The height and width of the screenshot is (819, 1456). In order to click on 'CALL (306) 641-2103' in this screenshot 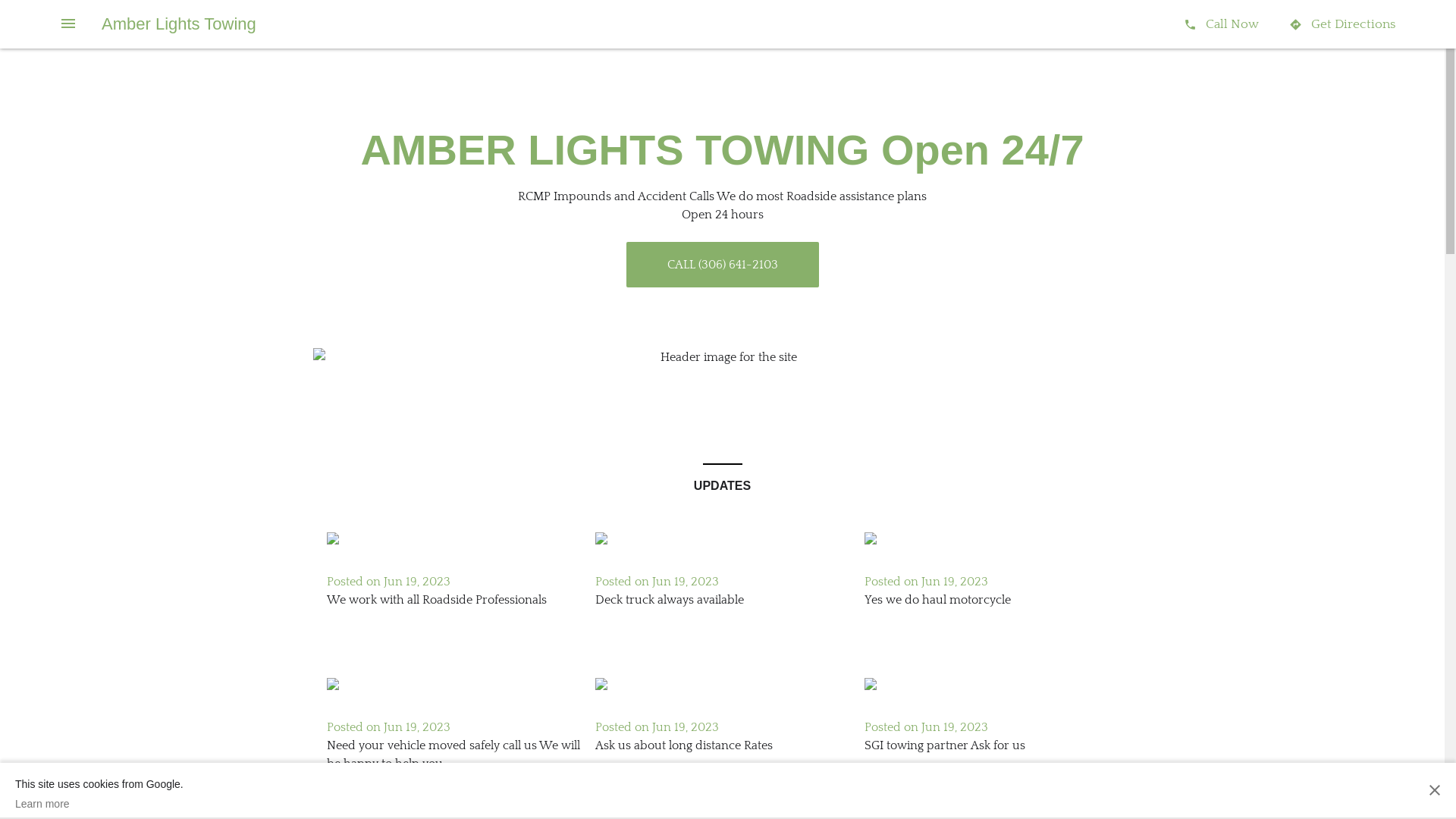, I will do `click(722, 263)`.